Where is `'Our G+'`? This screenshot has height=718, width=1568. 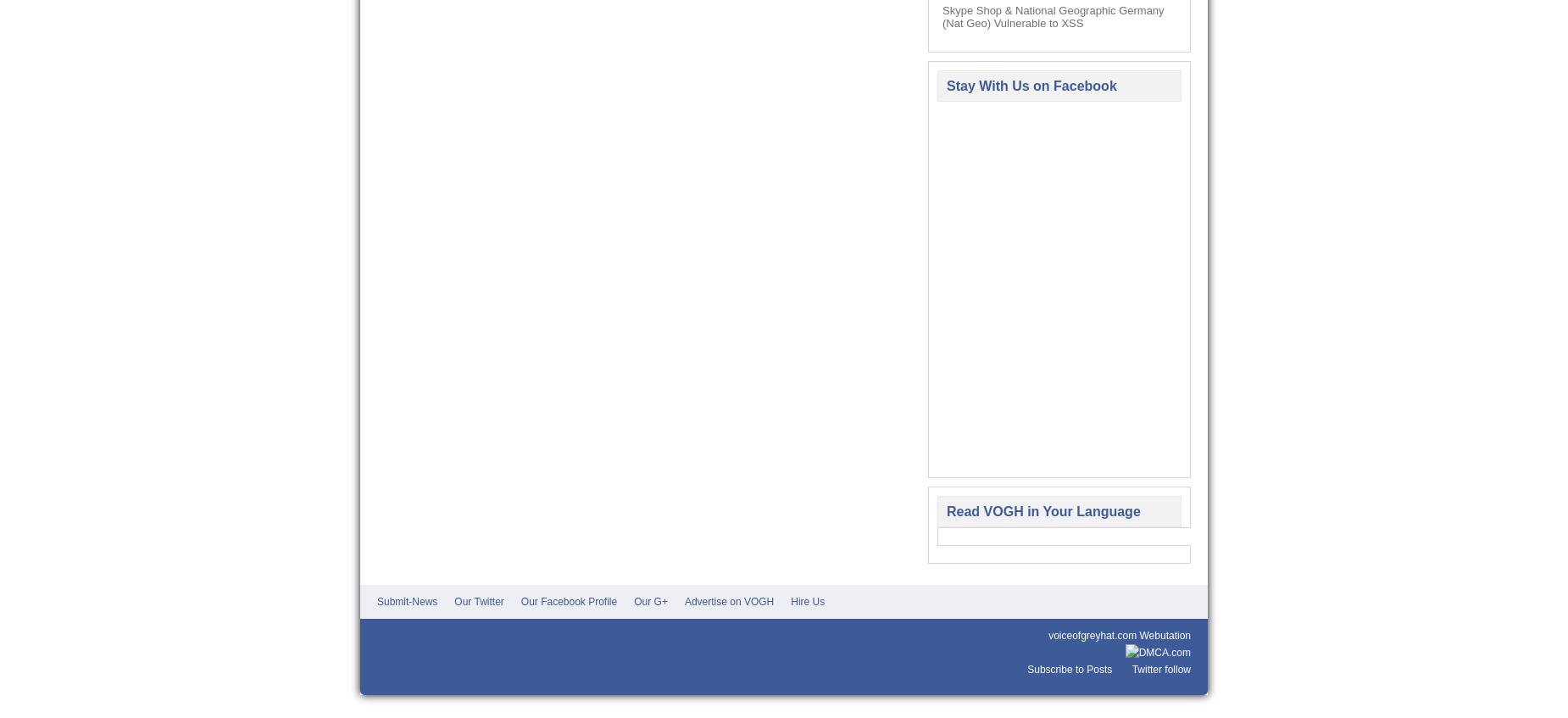 'Our G+' is located at coordinates (650, 602).